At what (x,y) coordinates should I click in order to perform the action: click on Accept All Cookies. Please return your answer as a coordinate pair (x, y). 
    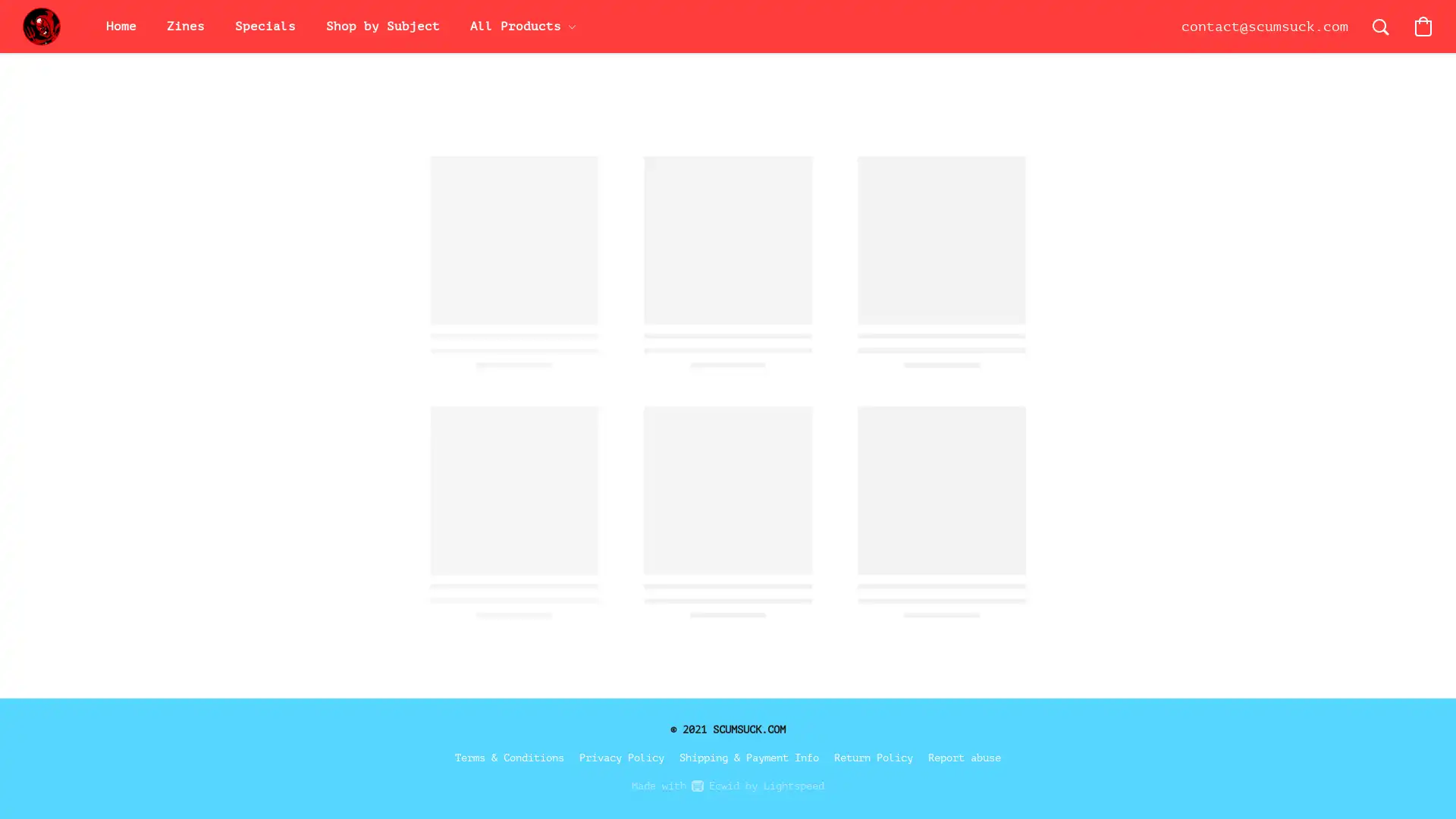
    Looking at the image, I should click on (1241, 503).